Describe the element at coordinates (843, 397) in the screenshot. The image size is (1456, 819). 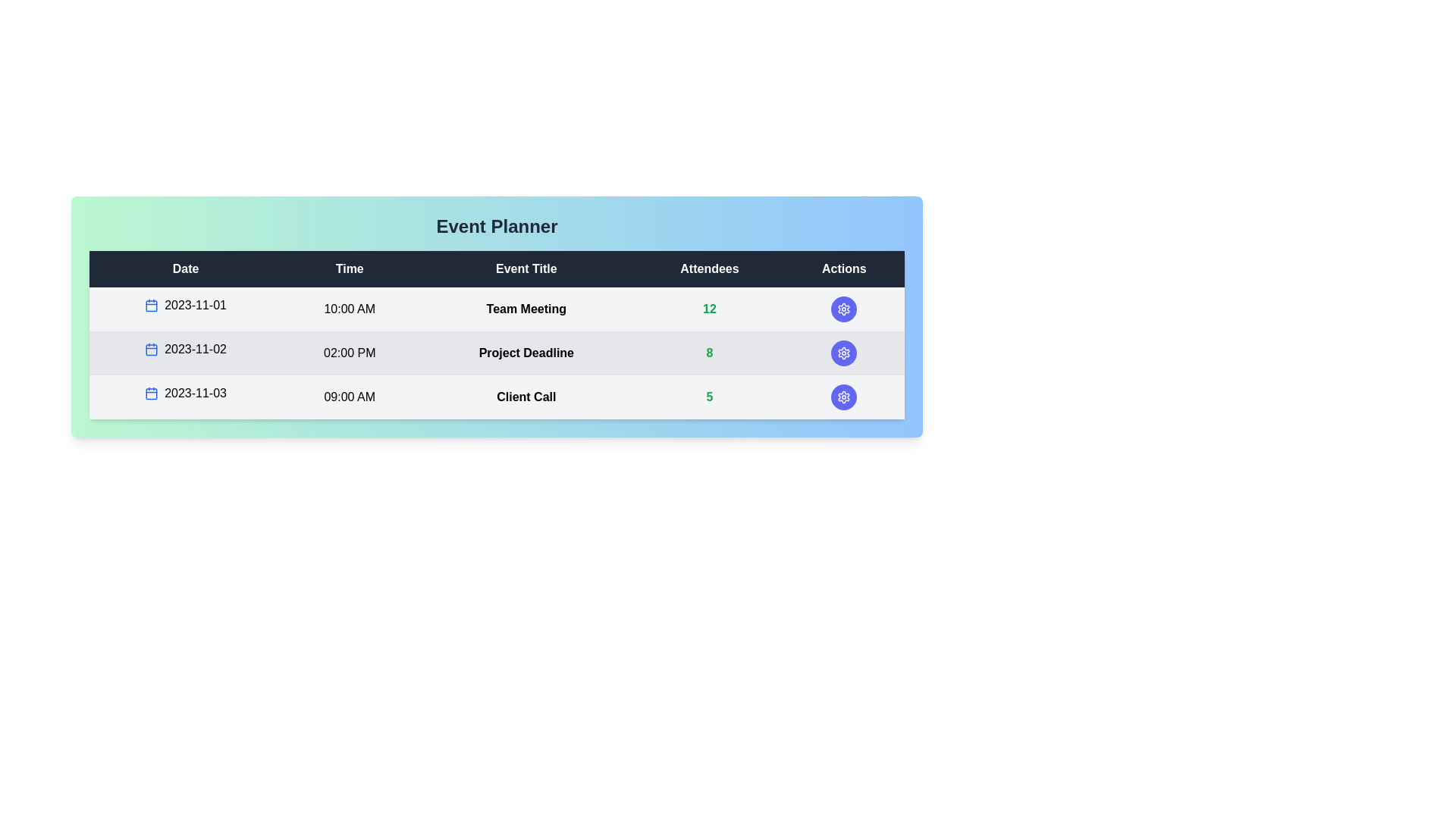
I see `the action button in the row corresponding to Client Call` at that location.